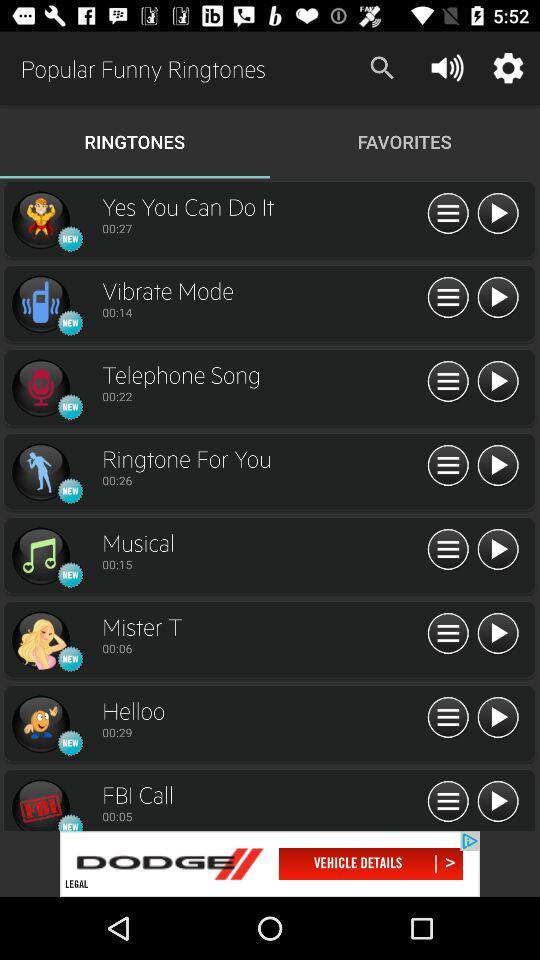 This screenshot has height=960, width=540. Describe the element at coordinates (40, 639) in the screenshot. I see `mister t avatar` at that location.